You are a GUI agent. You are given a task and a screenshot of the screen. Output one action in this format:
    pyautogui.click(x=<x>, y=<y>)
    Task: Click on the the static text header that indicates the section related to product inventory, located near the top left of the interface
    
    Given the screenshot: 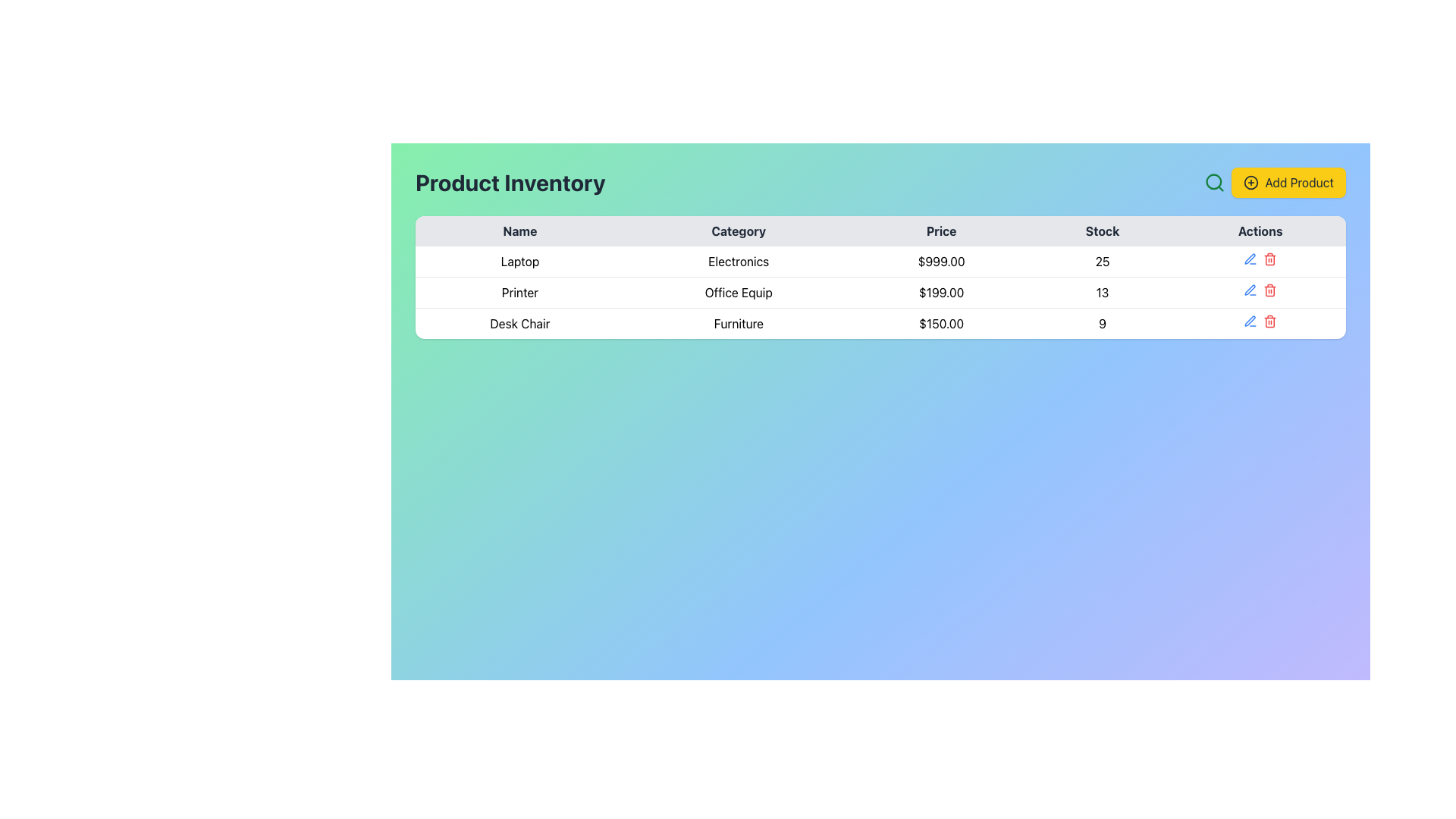 What is the action you would take?
    pyautogui.click(x=510, y=181)
    